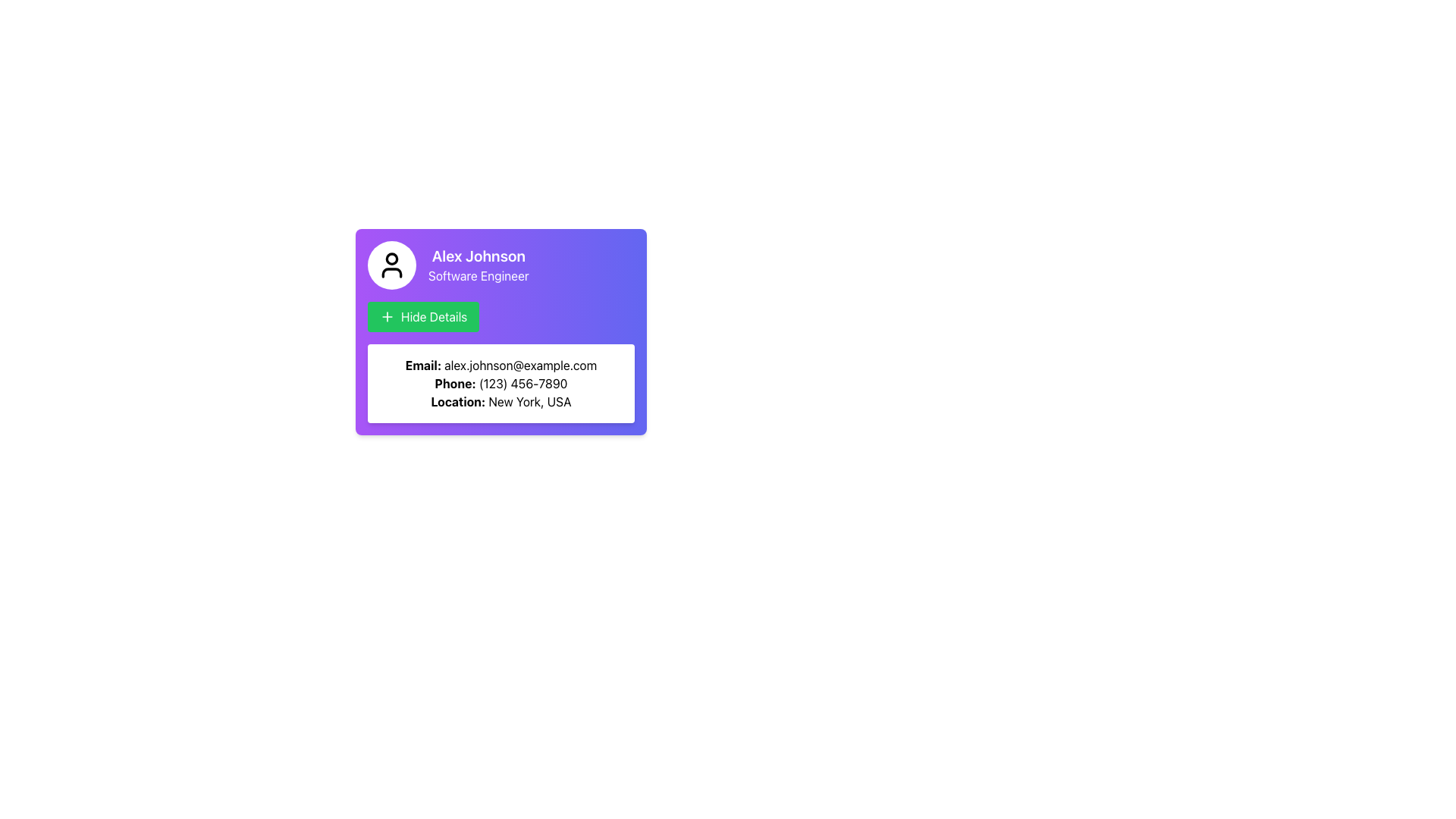 The image size is (1456, 819). I want to click on the 'Hide Details' button with a green background and white text located under 'Alex Johnson' to trigger a visual effect, so click(423, 315).